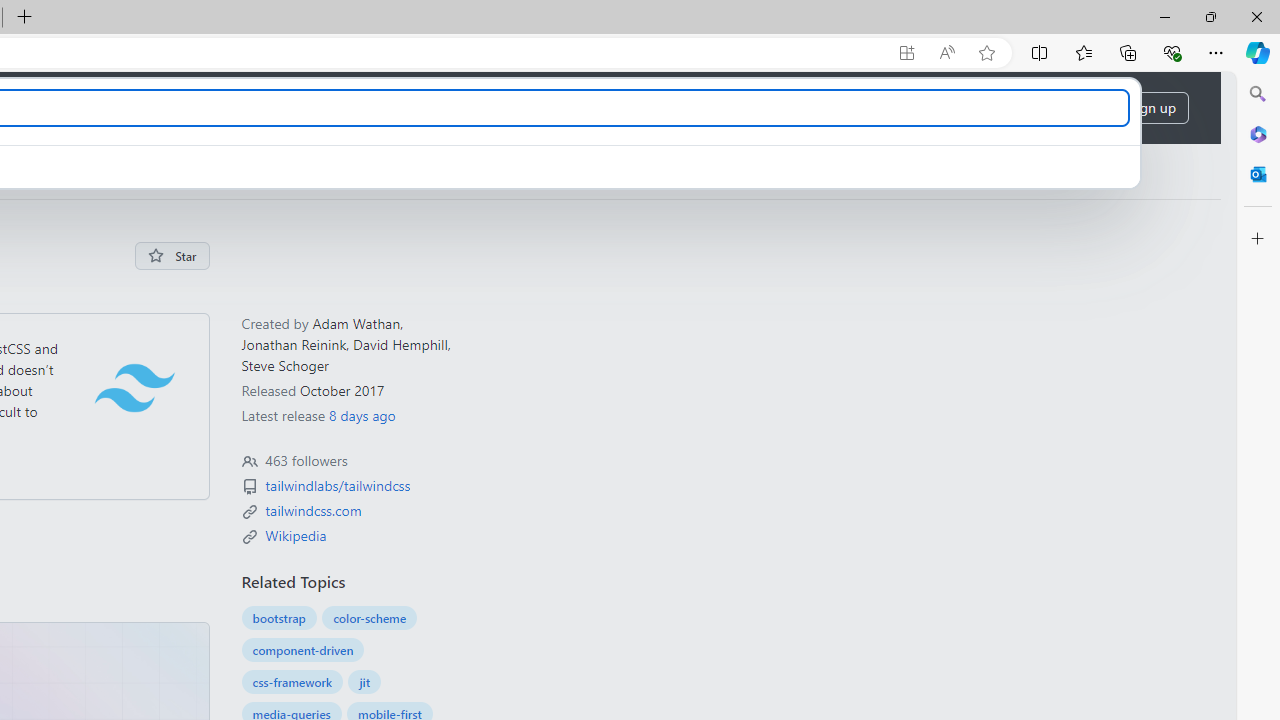 Image resolution: width=1280 pixels, height=720 pixels. I want to click on 'tailwindlabs/tailwindcss', so click(337, 485).